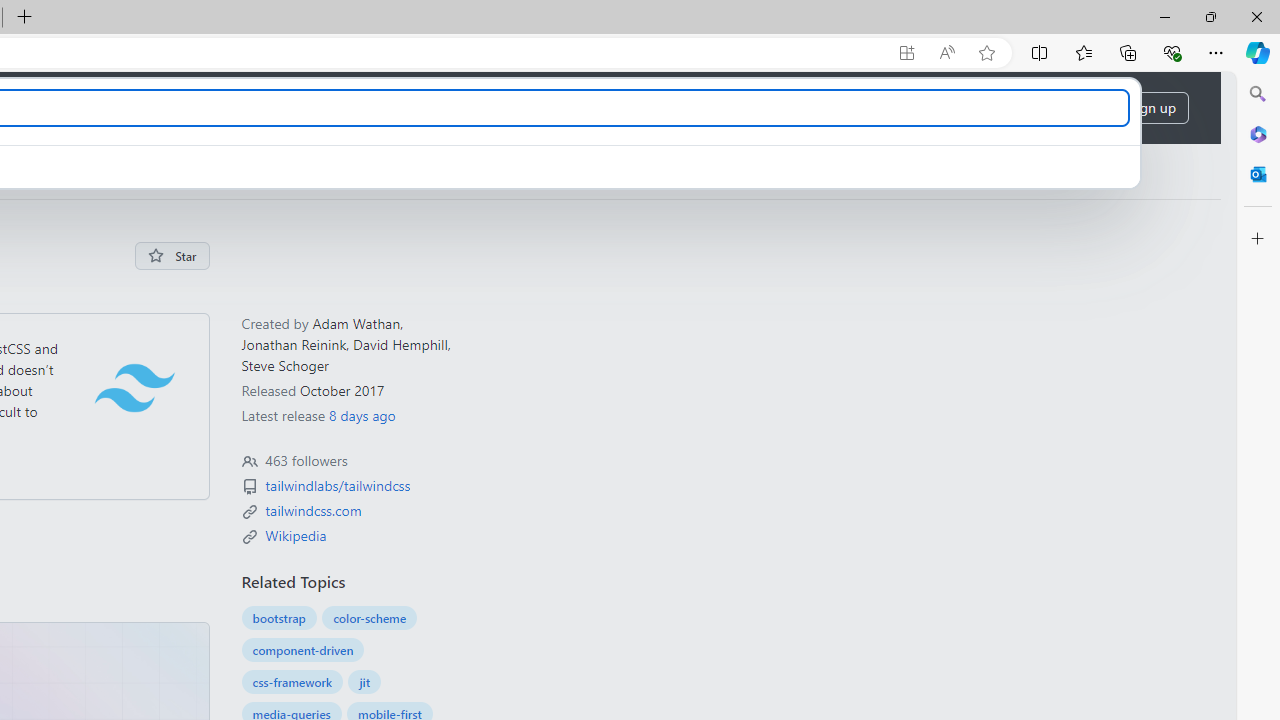 Image resolution: width=1280 pixels, height=720 pixels. I want to click on 'tailwindlabs/tailwindcss', so click(337, 485).